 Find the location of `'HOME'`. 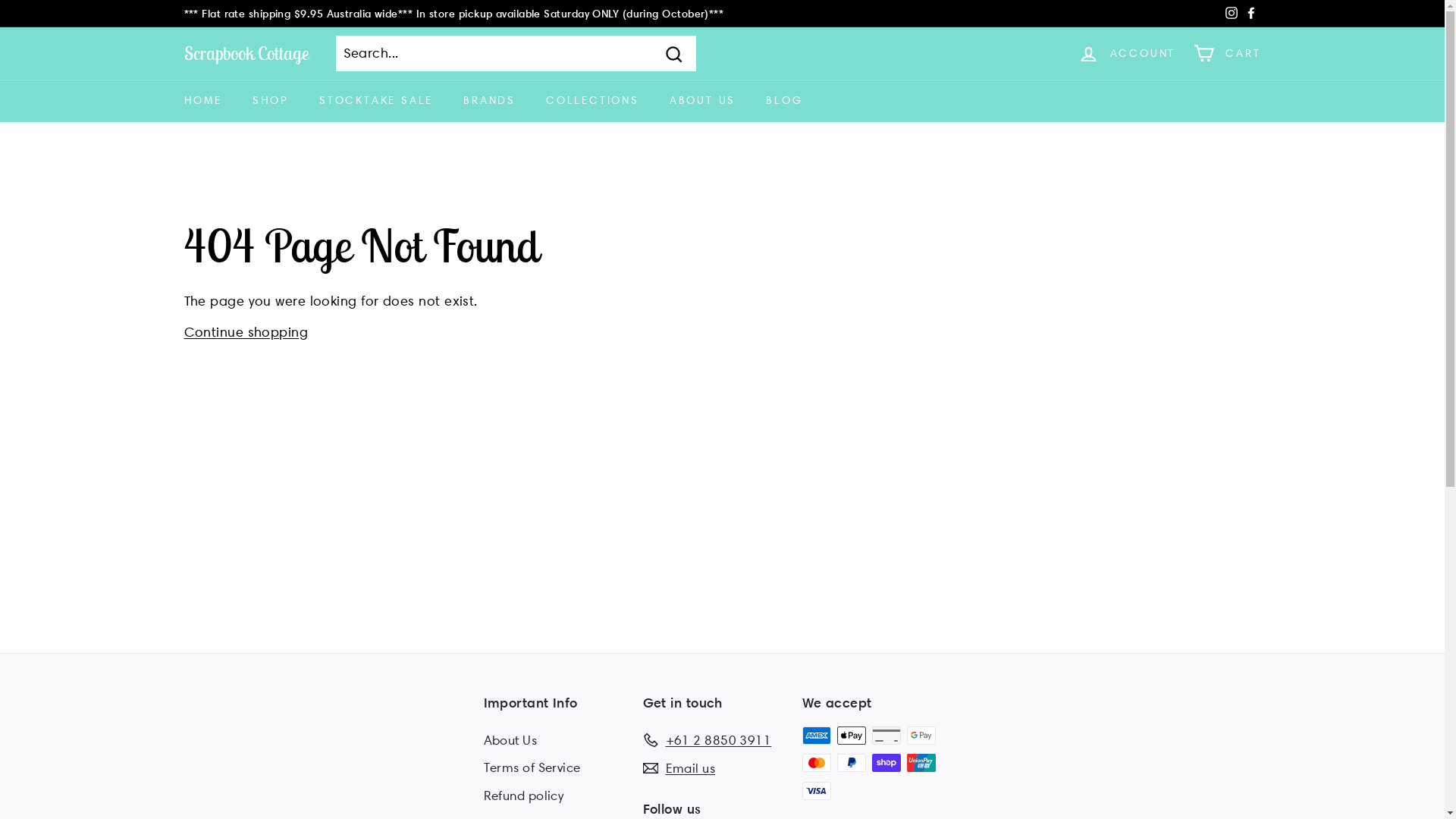

'HOME' is located at coordinates (202, 100).